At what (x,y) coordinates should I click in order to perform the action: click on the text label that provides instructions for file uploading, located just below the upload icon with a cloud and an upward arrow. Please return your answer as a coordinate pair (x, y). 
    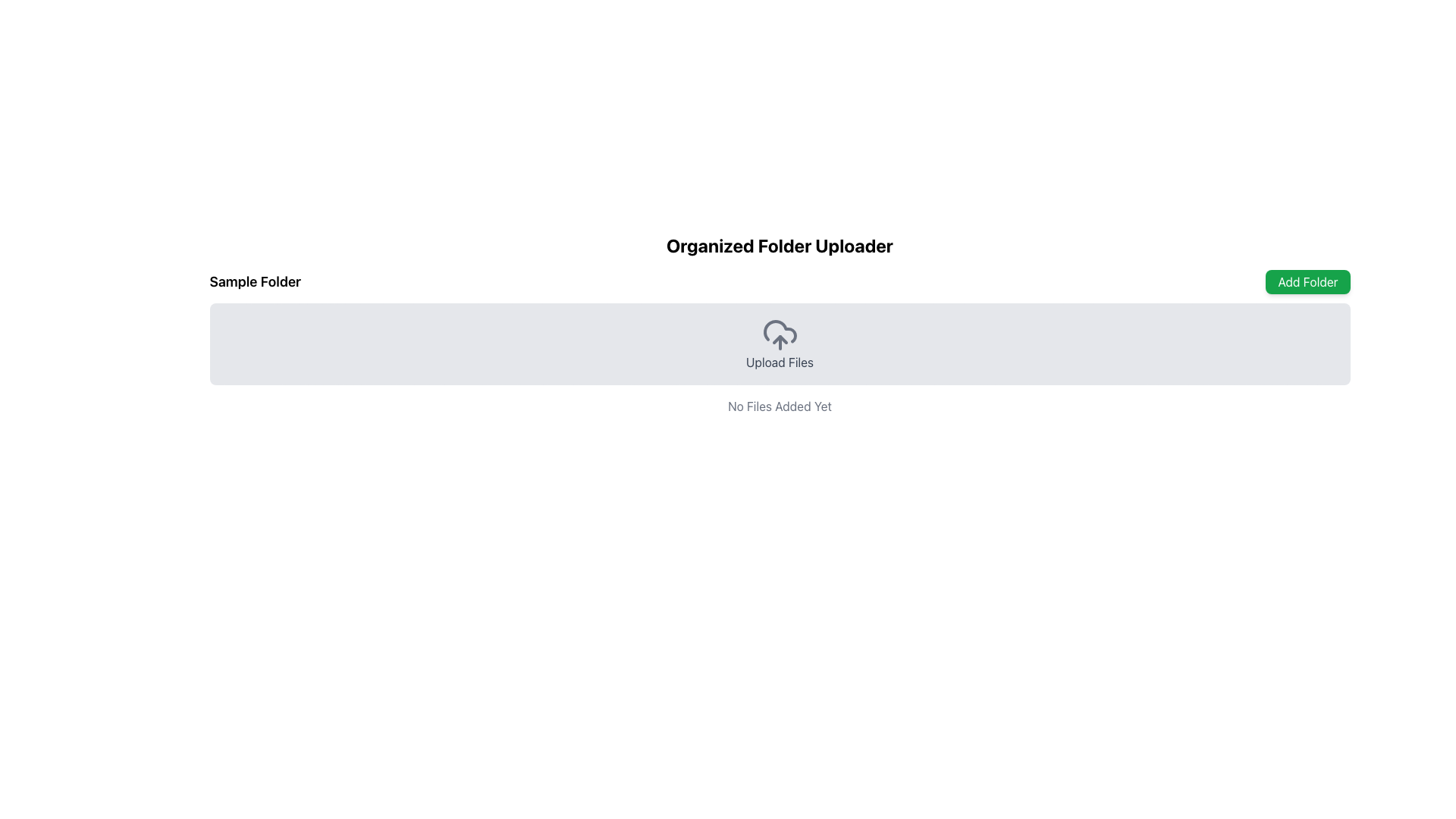
    Looking at the image, I should click on (780, 362).